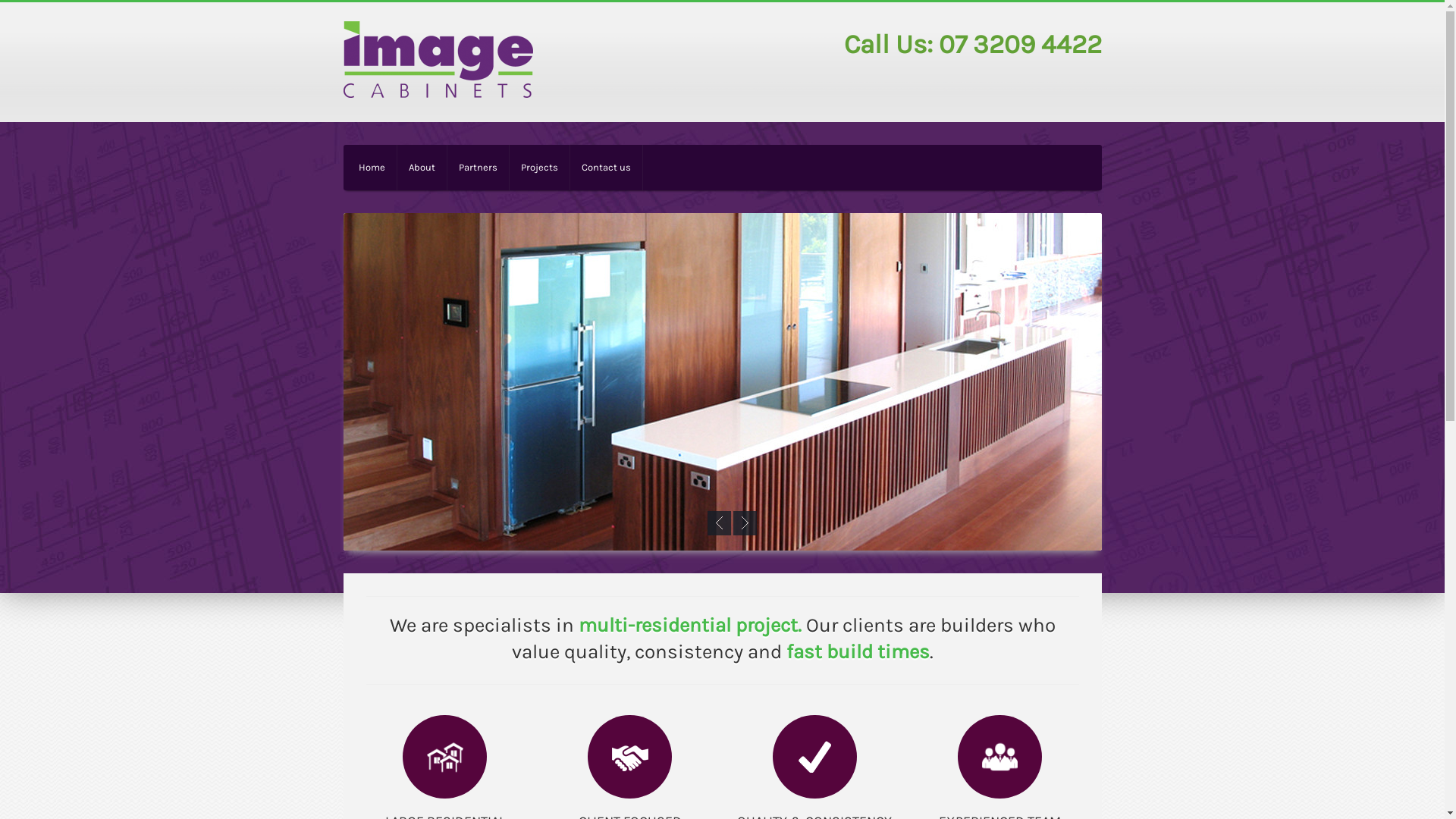 The width and height of the screenshot is (1456, 819). I want to click on 'Home', so click(369, 166).